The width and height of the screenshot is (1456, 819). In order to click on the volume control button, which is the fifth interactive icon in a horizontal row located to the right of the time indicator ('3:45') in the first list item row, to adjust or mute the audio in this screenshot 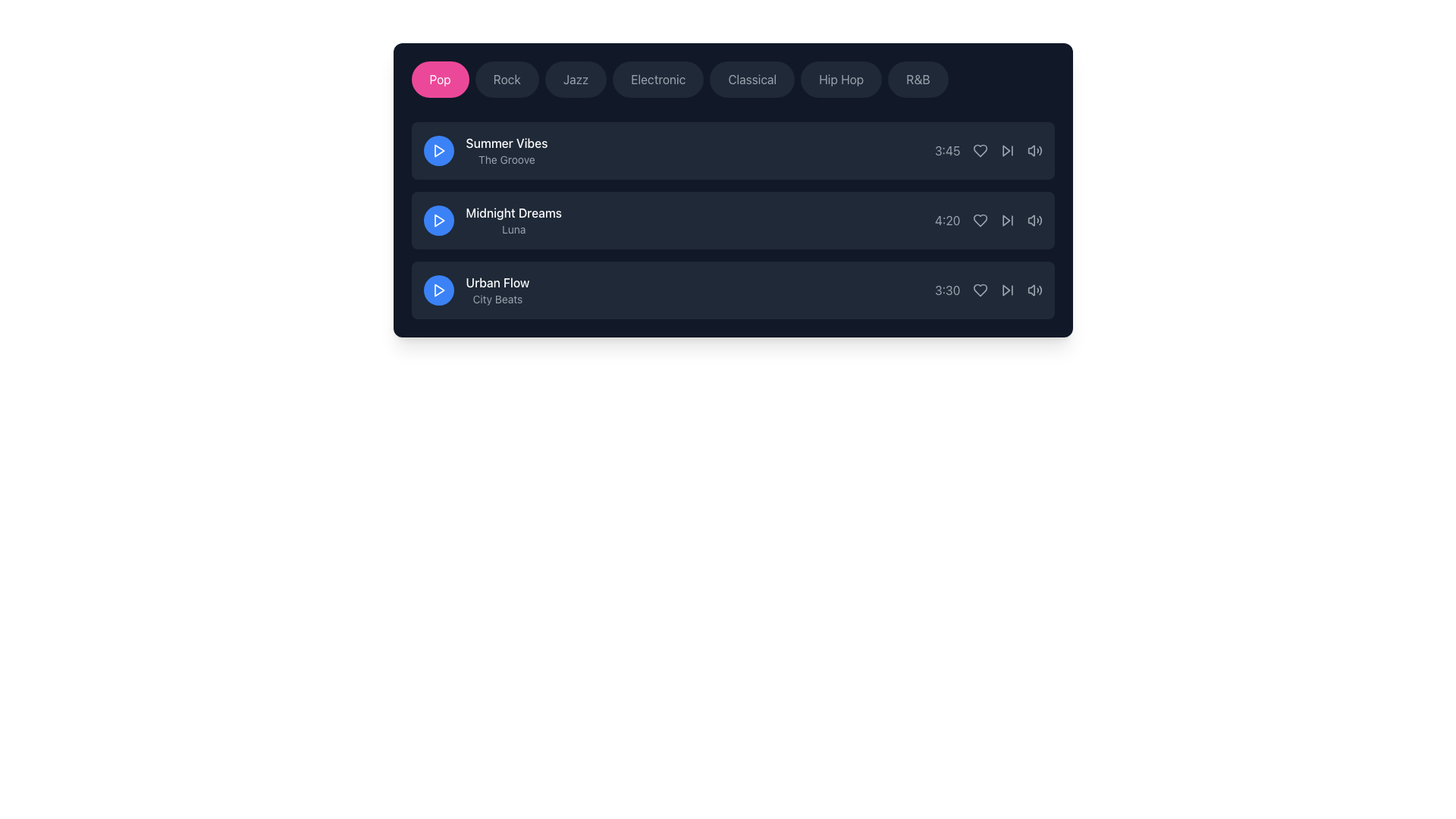, I will do `click(1034, 151)`.